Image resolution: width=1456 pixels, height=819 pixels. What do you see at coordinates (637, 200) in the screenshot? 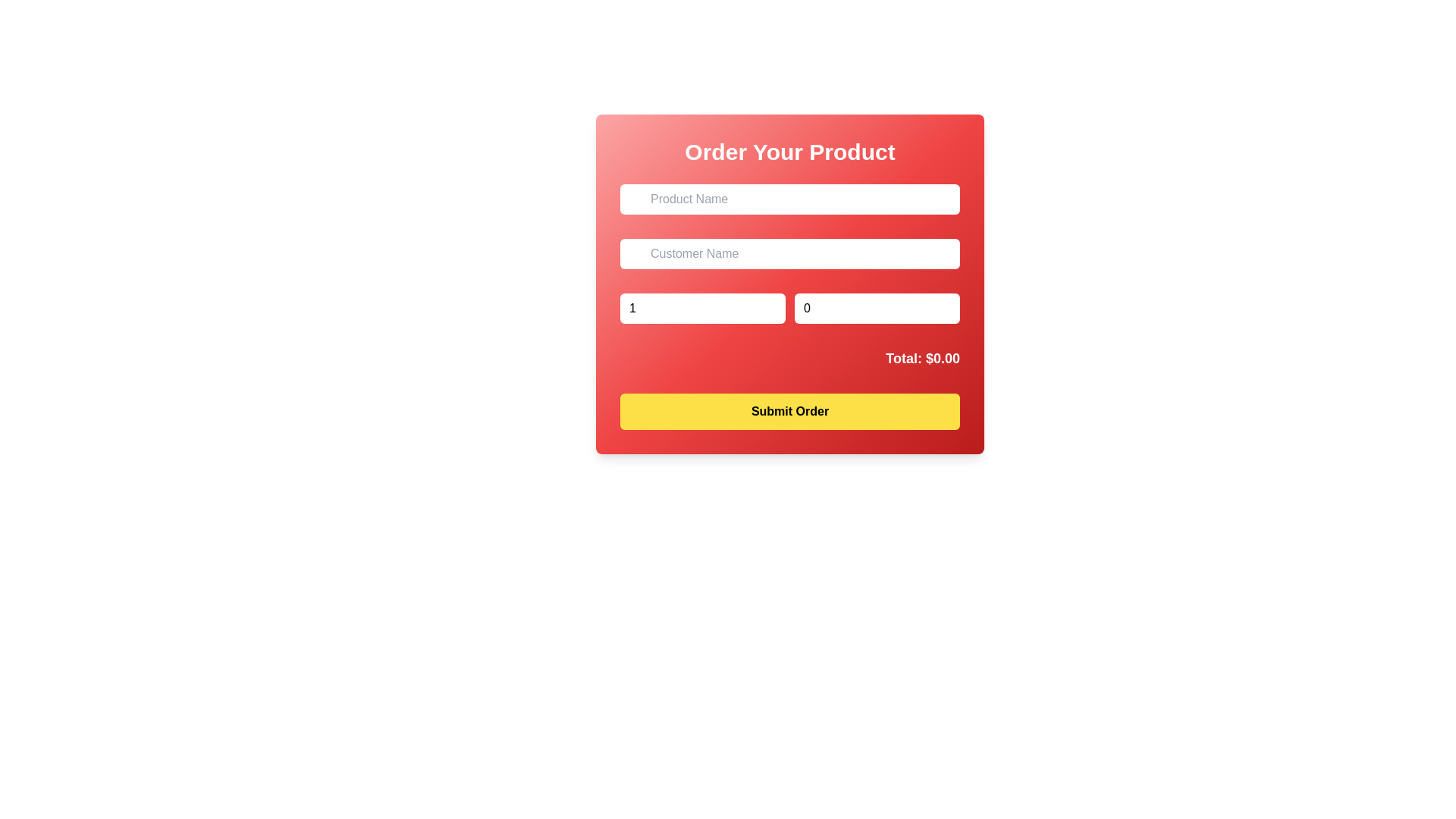
I see `the shopping bag icon SVG located to the left of the 'Product Name' text input field, which is styled with a red gradient background` at bounding box center [637, 200].